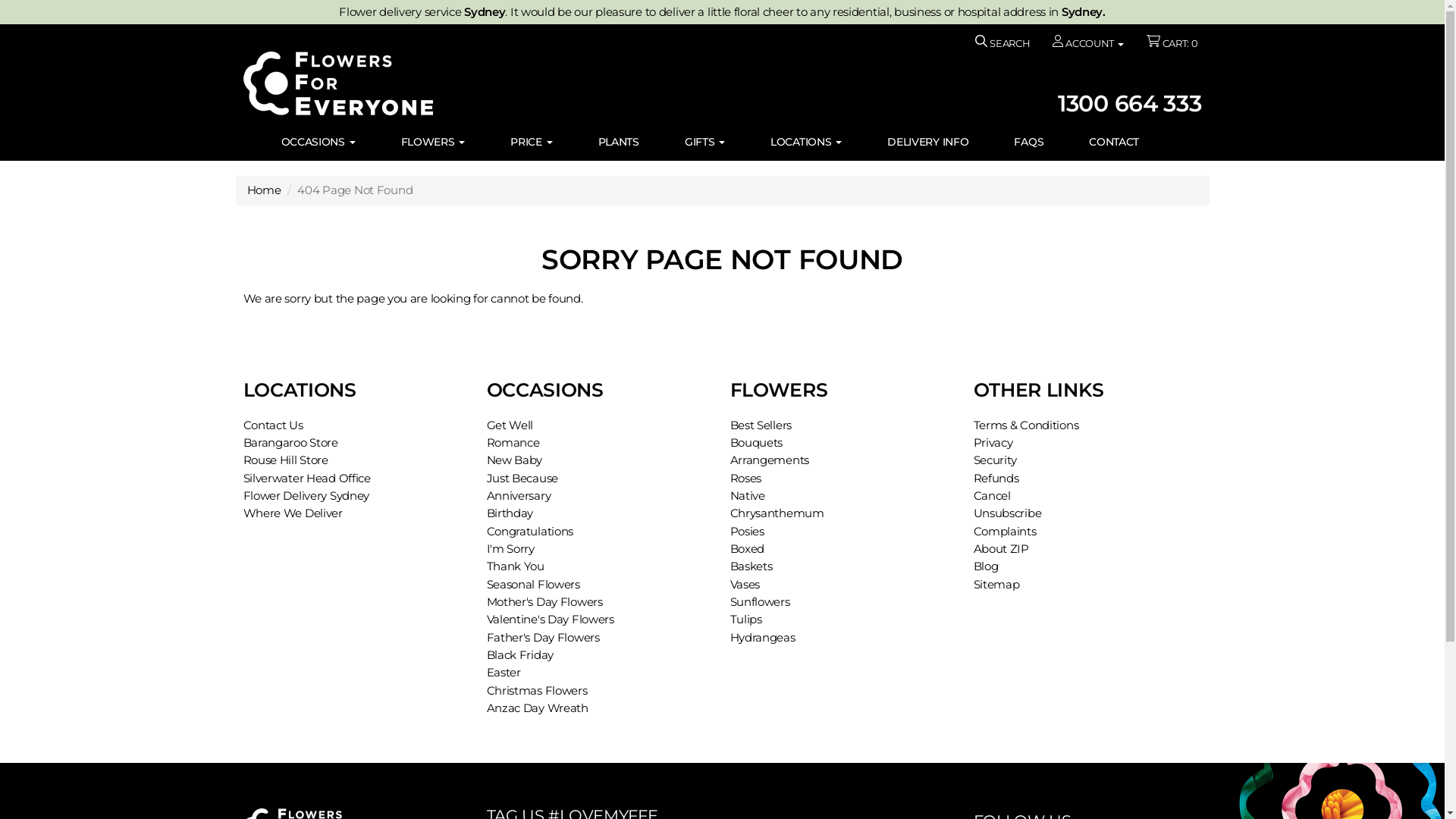  Describe the element at coordinates (574, 141) in the screenshot. I see `'PLANTS'` at that location.